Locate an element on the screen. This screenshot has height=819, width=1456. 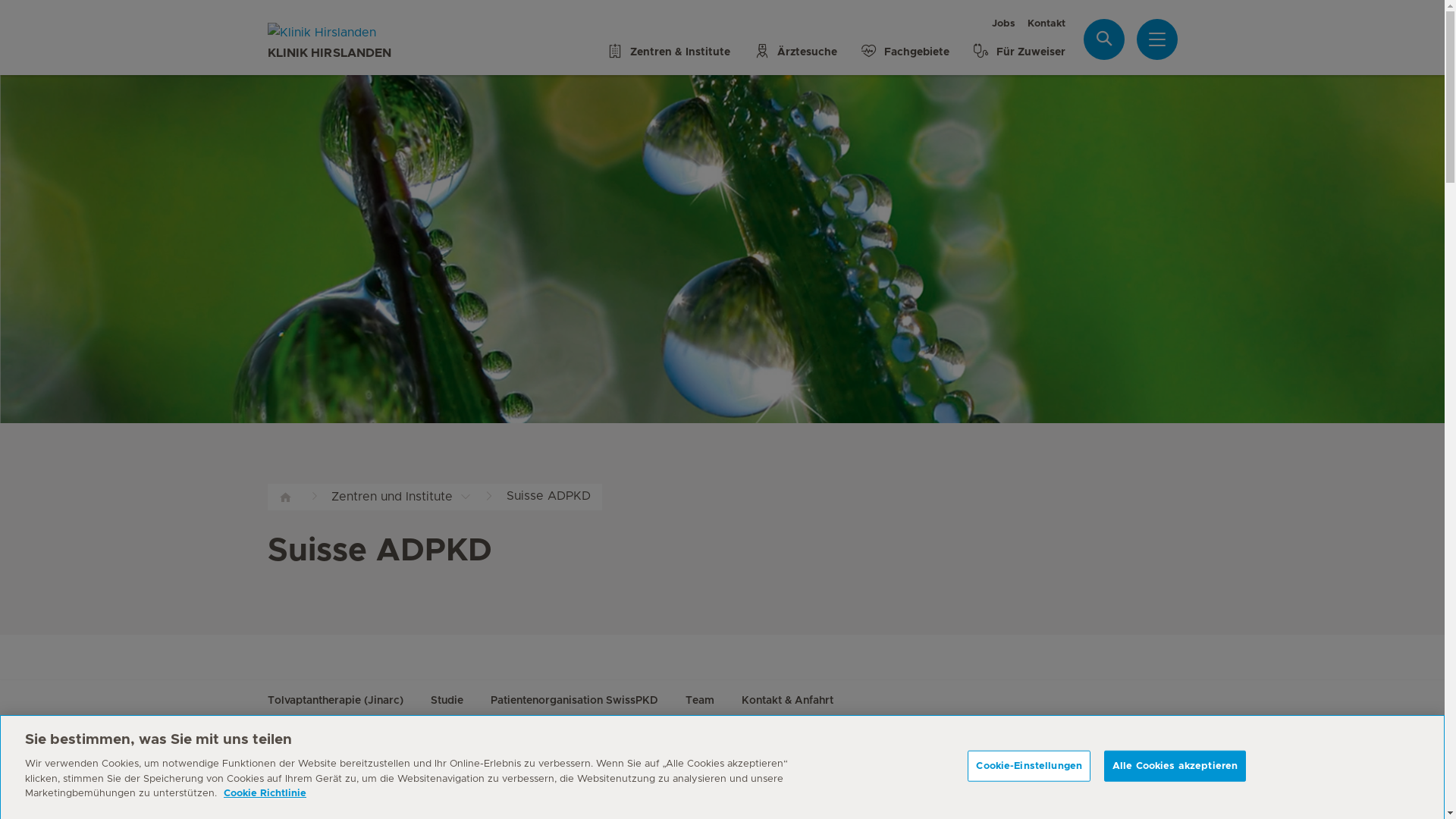
'Suche' is located at coordinates (1095, 38).